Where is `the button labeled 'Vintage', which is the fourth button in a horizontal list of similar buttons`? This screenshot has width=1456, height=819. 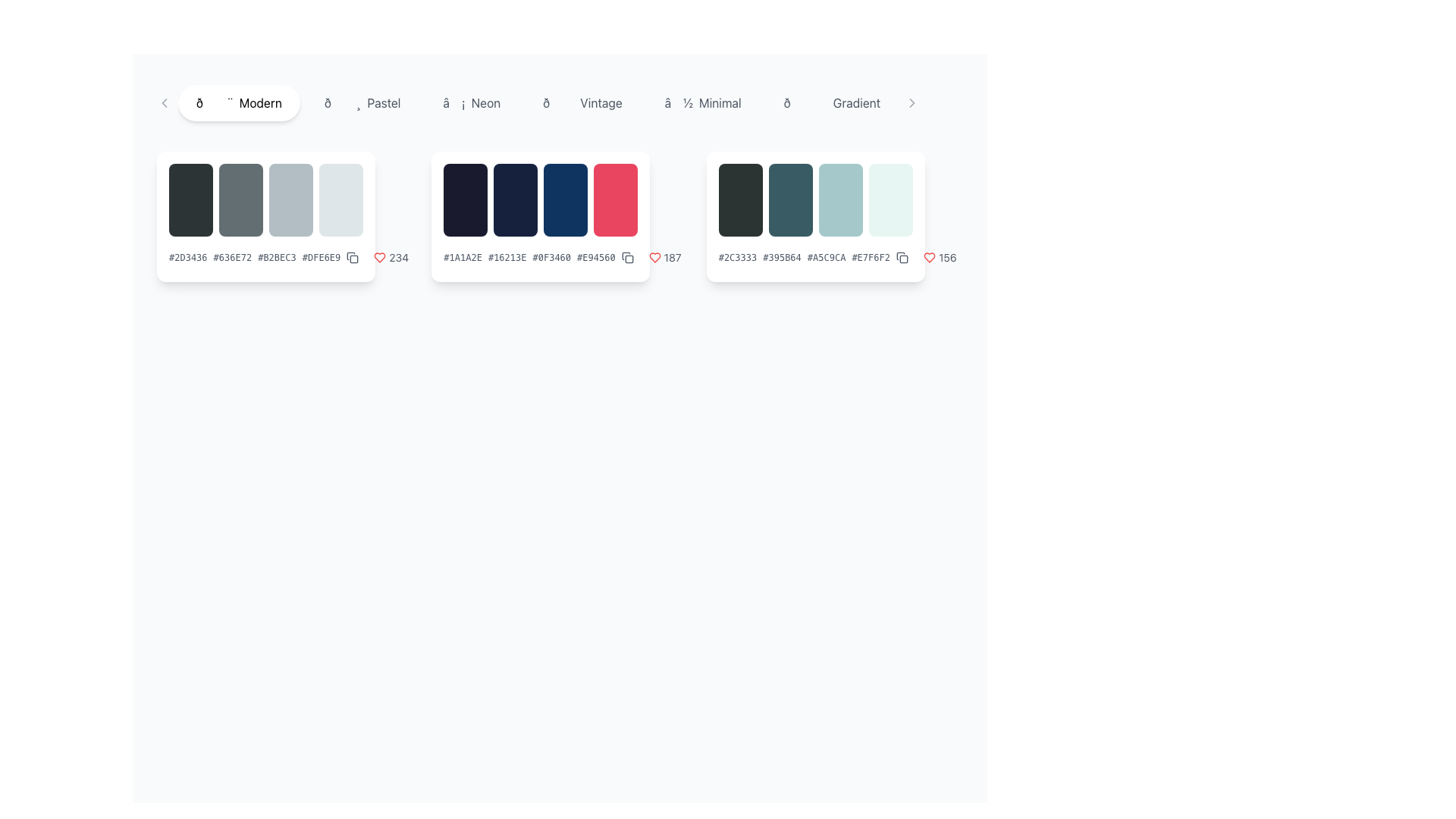 the button labeled 'Vintage', which is the fourth button in a horizontal list of similar buttons is located at coordinates (582, 102).